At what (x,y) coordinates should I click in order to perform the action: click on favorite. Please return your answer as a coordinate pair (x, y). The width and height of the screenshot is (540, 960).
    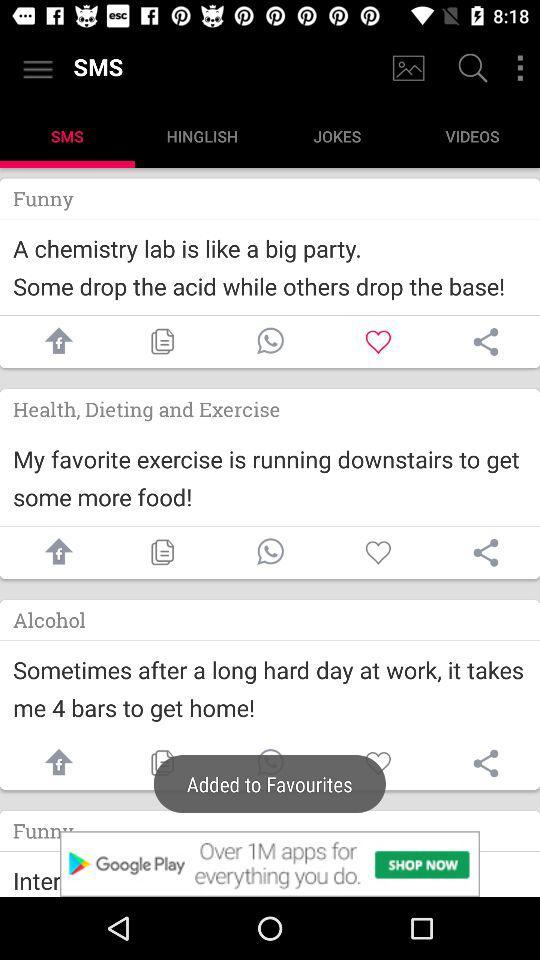
    Looking at the image, I should click on (378, 341).